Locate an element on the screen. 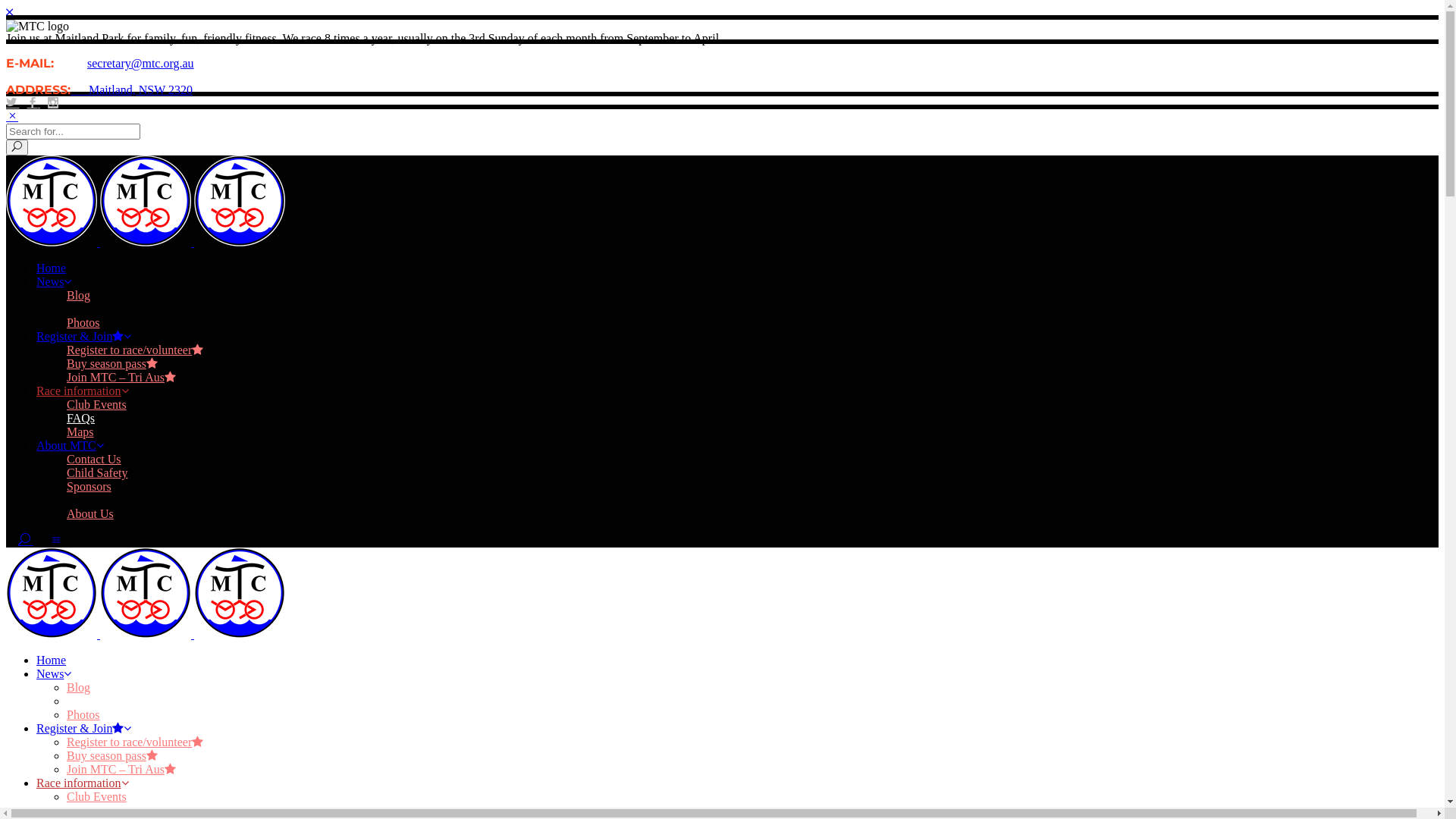 This screenshot has height=819, width=1456. 'Contact Us' is located at coordinates (93, 458).